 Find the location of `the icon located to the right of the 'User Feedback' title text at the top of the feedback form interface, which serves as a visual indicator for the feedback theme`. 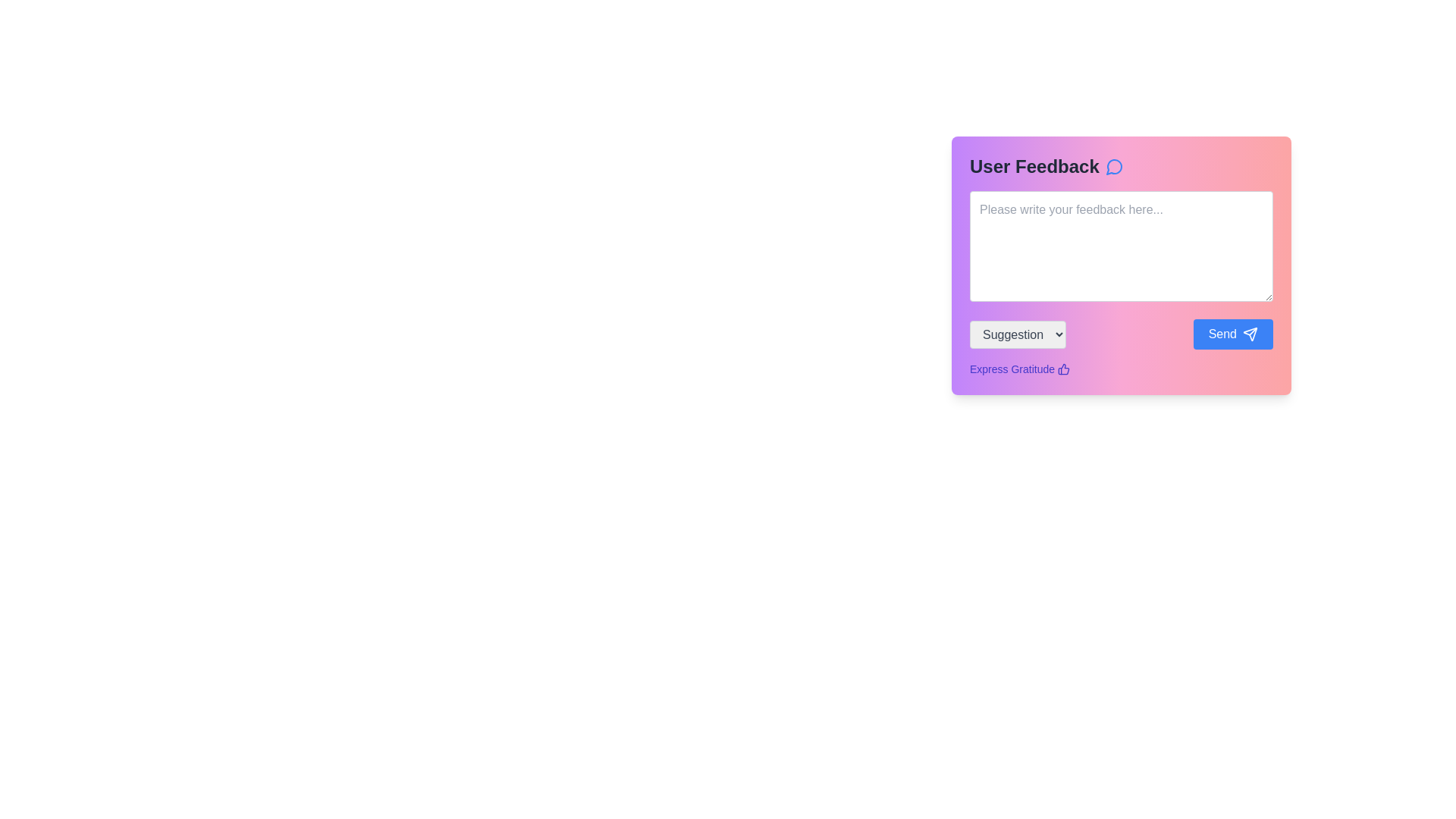

the icon located to the right of the 'User Feedback' title text at the top of the feedback form interface, which serves as a visual indicator for the feedback theme is located at coordinates (1114, 166).